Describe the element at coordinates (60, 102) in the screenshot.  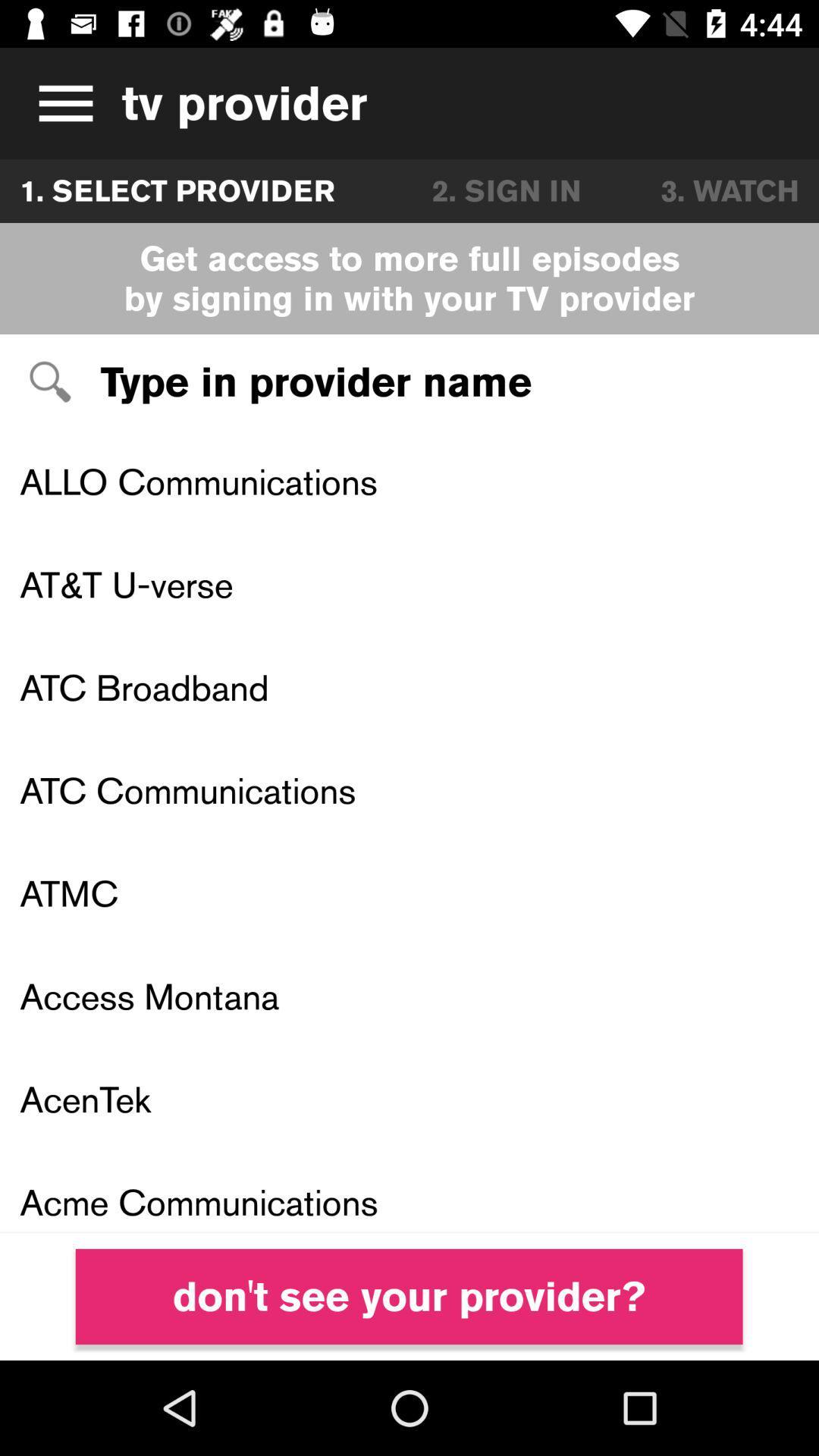
I see `item above the 1. select provider icon` at that location.